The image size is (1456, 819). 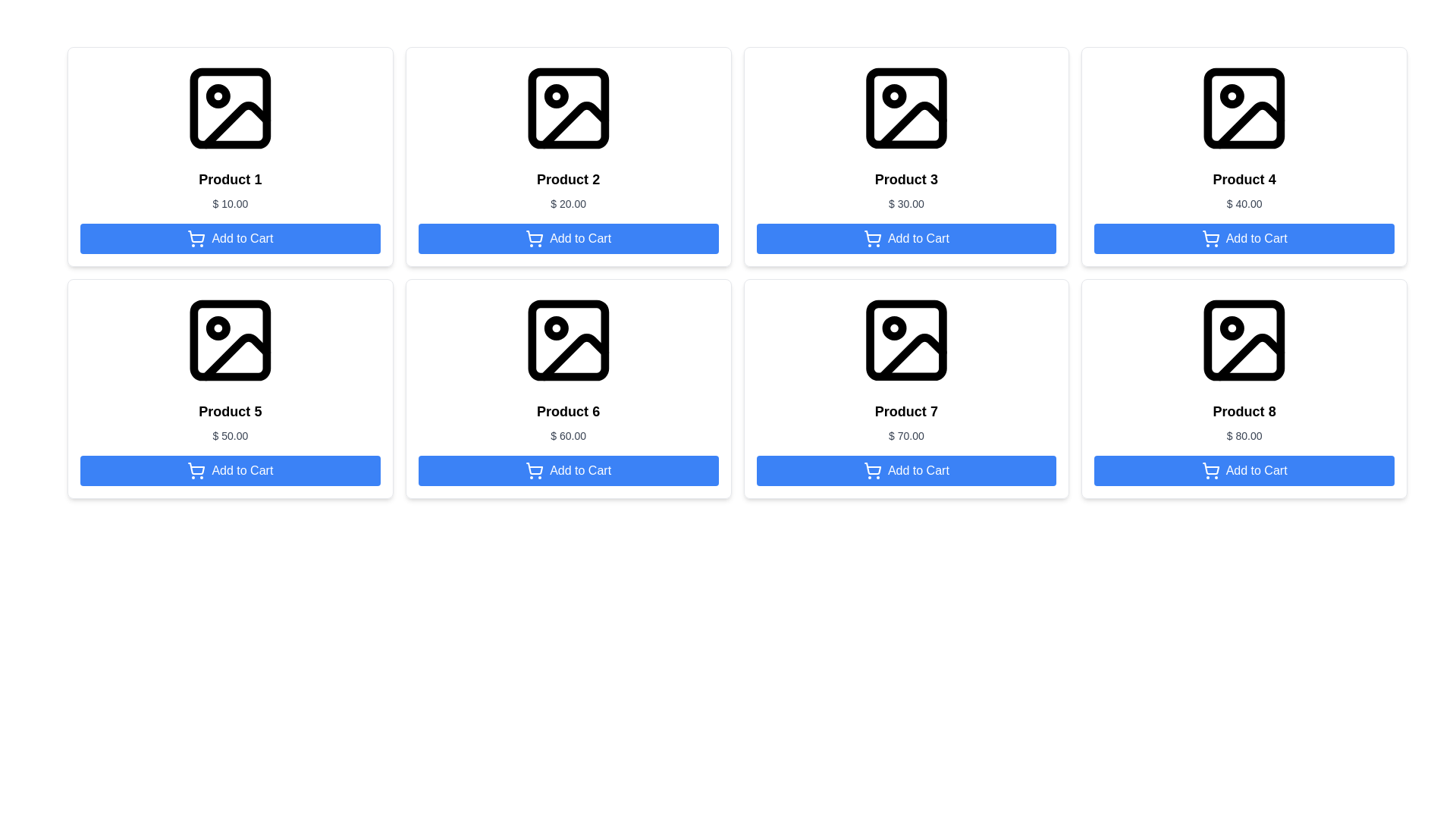 I want to click on the 'Add to Cart' button located at the bottom section of the 'Product 3' card, so click(x=906, y=239).